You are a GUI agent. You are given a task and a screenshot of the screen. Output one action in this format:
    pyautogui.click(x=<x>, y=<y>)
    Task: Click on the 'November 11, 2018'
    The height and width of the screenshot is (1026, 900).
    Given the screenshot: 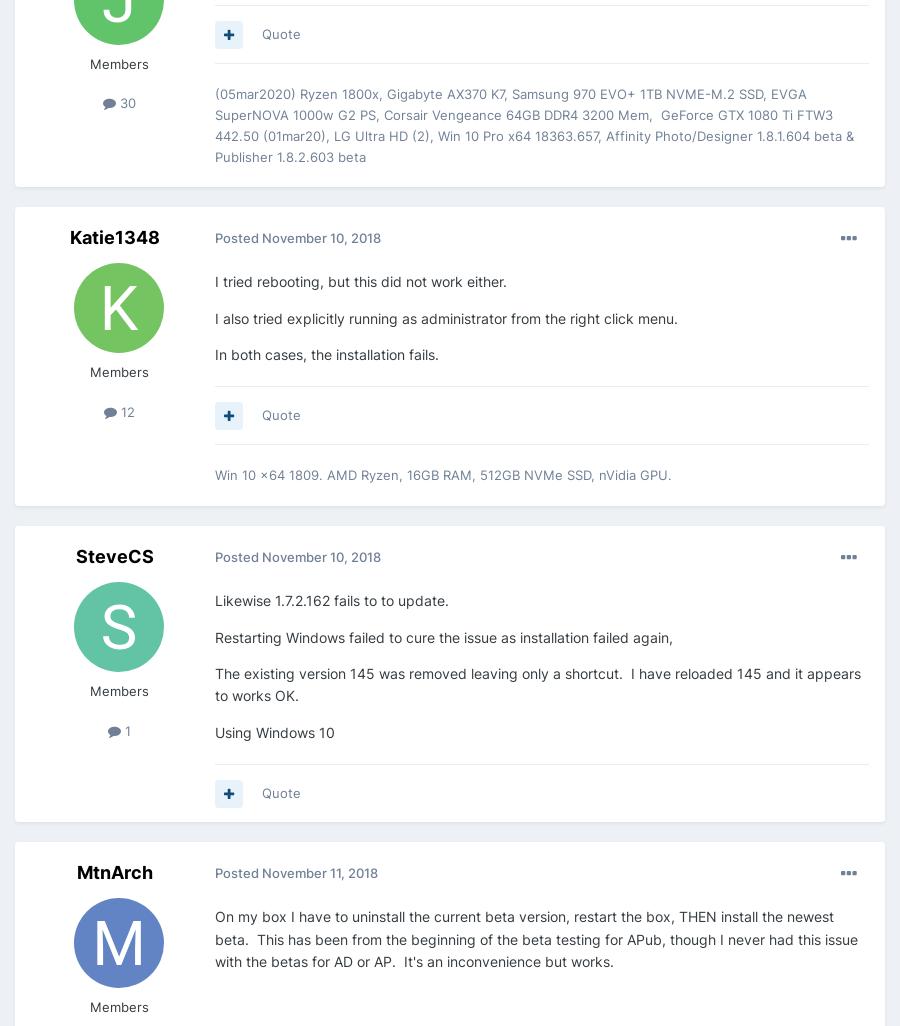 What is the action you would take?
    pyautogui.click(x=260, y=872)
    